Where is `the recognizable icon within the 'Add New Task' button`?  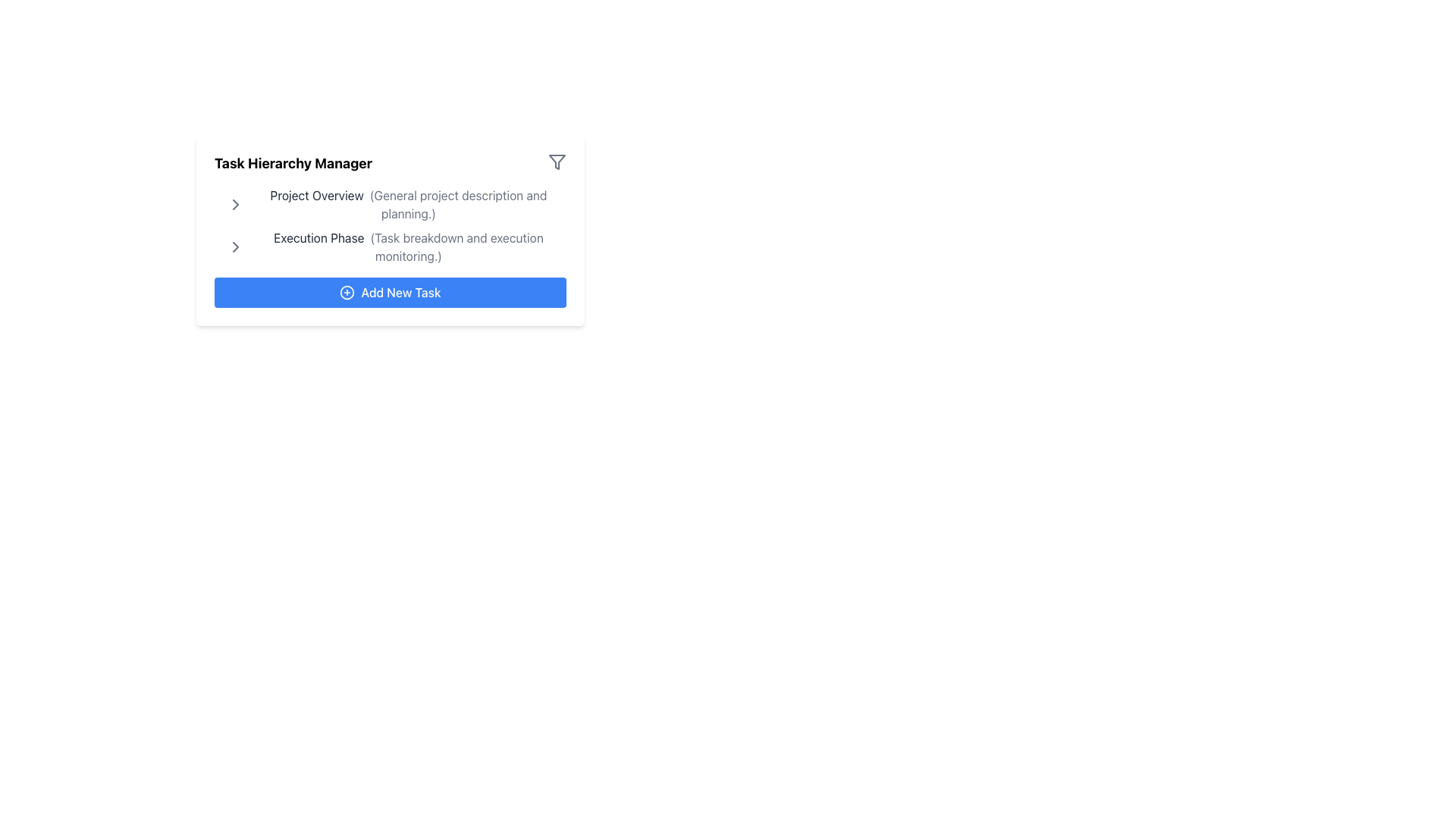
the recognizable icon within the 'Add New Task' button is located at coordinates (347, 292).